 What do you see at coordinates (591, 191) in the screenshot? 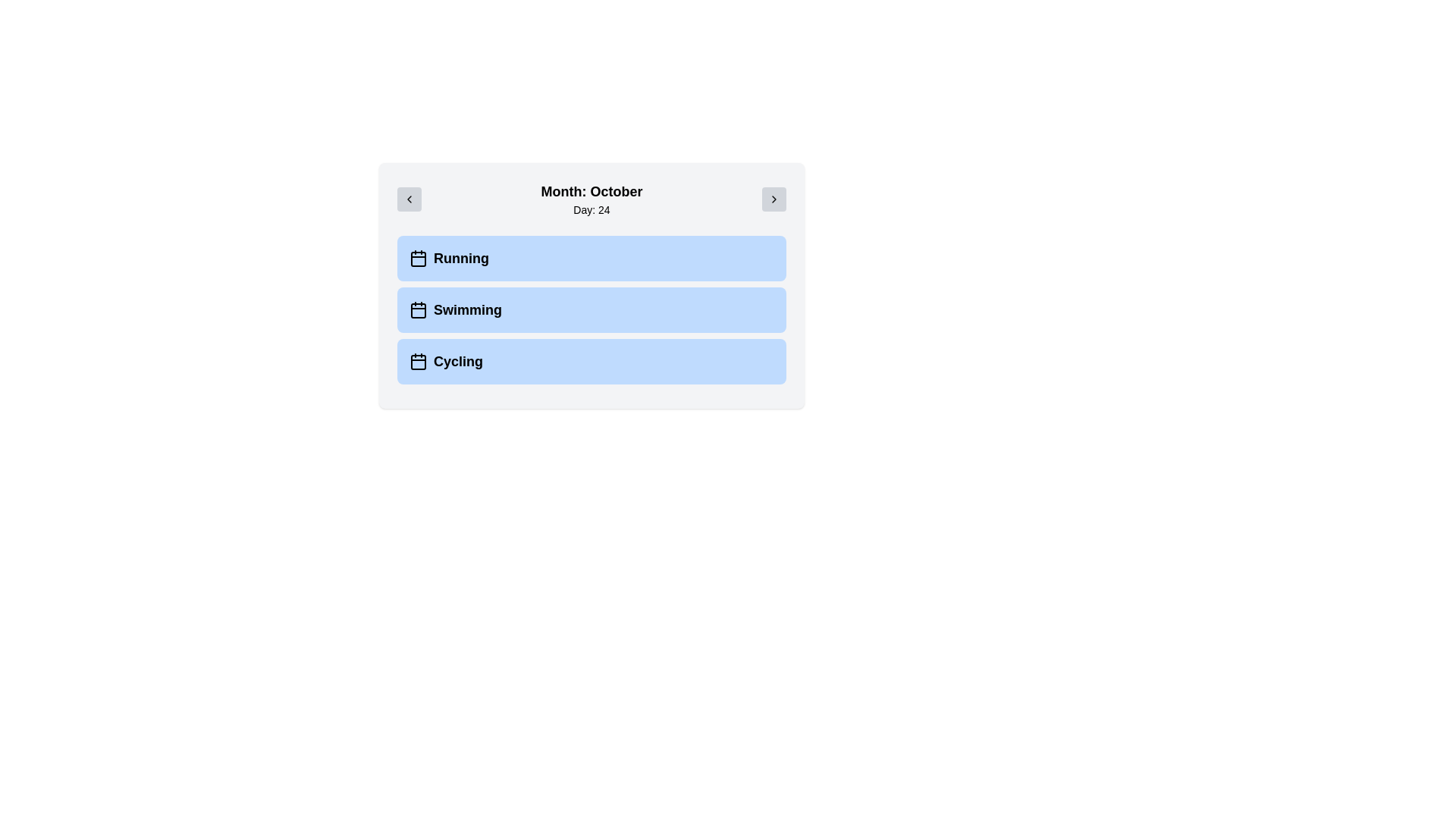
I see `the bolded text label displaying 'Month: October', which is located at the top of the interface, above 'Day: 24'` at bounding box center [591, 191].